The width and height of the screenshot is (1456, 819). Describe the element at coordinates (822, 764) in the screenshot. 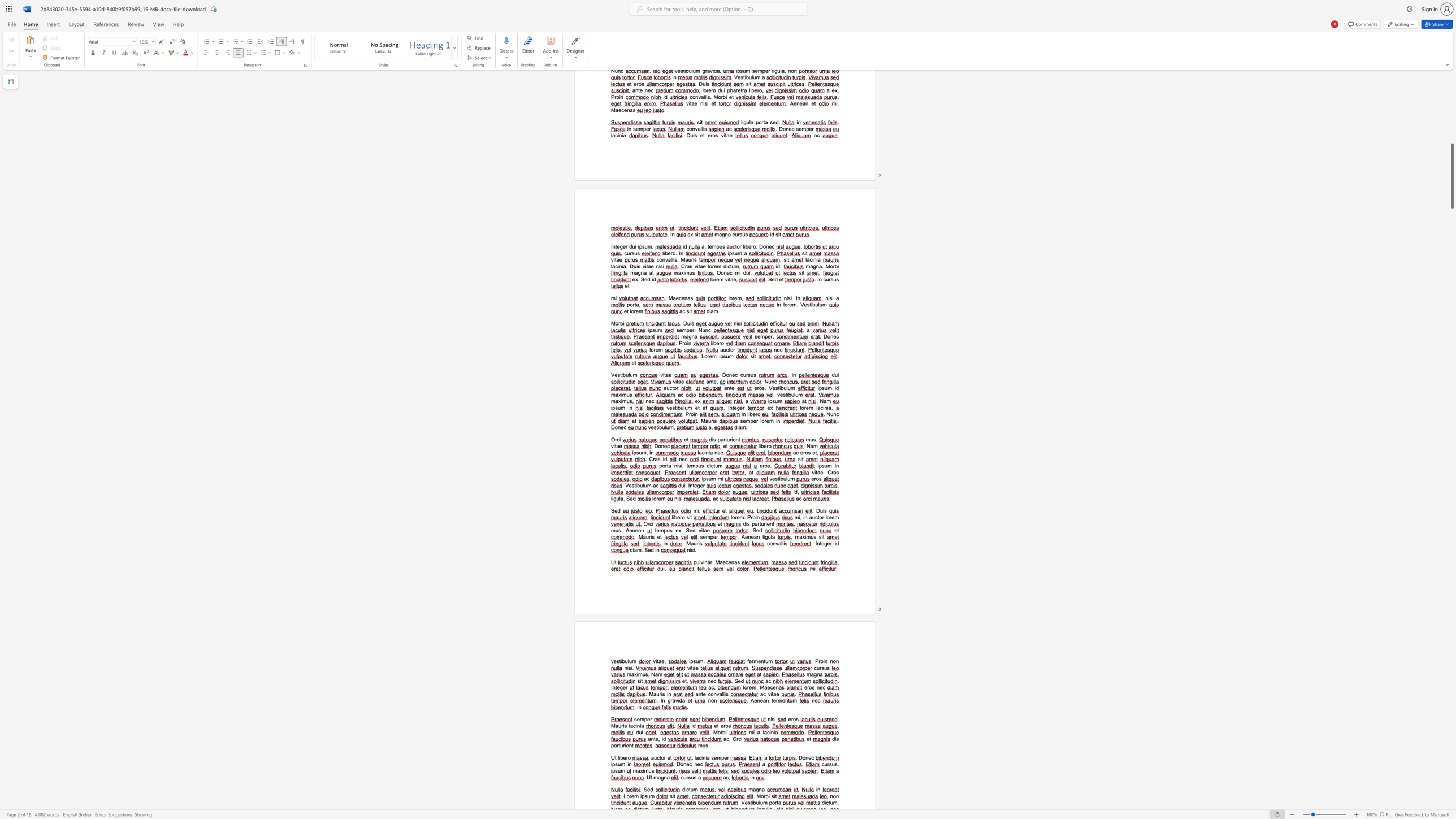

I see `the 1th character "c" in the text` at that location.